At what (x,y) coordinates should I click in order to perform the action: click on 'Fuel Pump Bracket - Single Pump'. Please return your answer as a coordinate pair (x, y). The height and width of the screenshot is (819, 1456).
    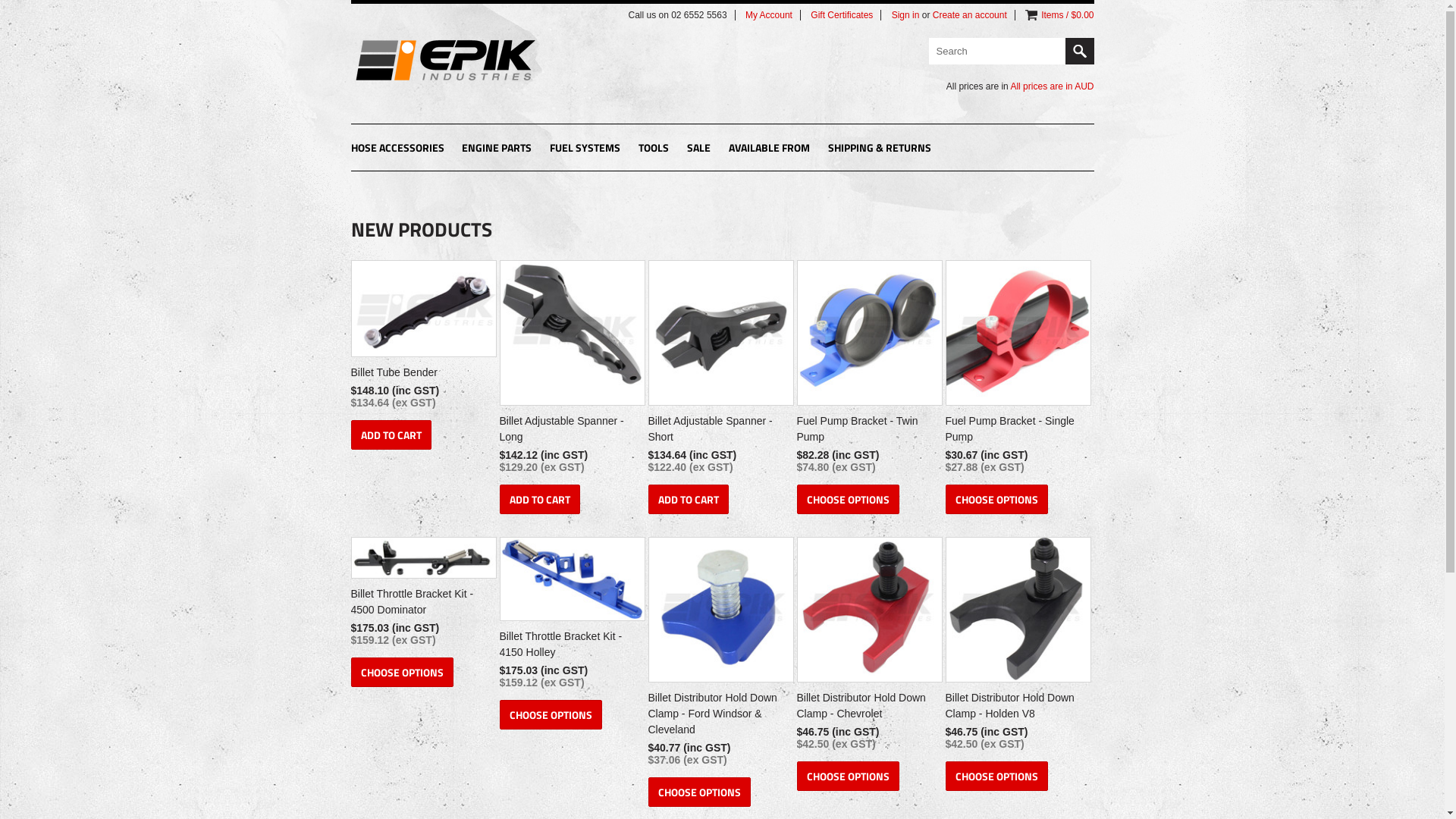
    Looking at the image, I should click on (944, 431).